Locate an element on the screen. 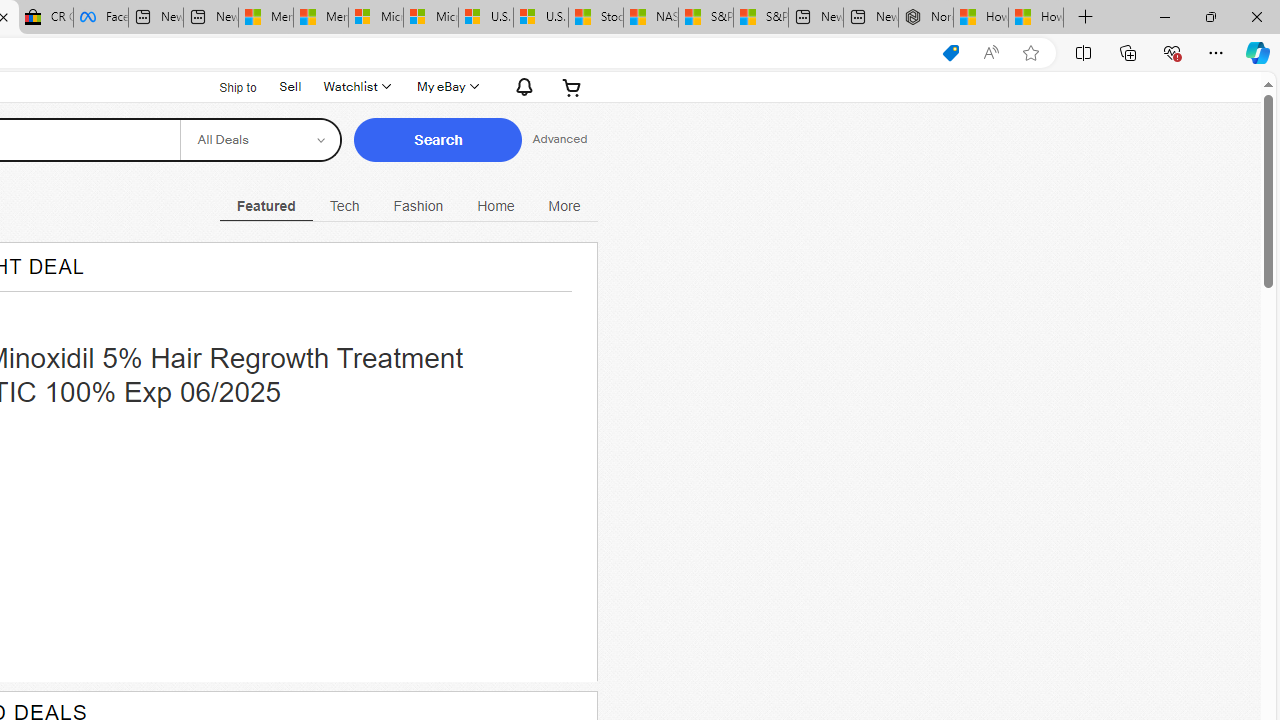 Image resolution: width=1280 pixels, height=720 pixels. 'Split screen' is located at coordinates (1082, 51).